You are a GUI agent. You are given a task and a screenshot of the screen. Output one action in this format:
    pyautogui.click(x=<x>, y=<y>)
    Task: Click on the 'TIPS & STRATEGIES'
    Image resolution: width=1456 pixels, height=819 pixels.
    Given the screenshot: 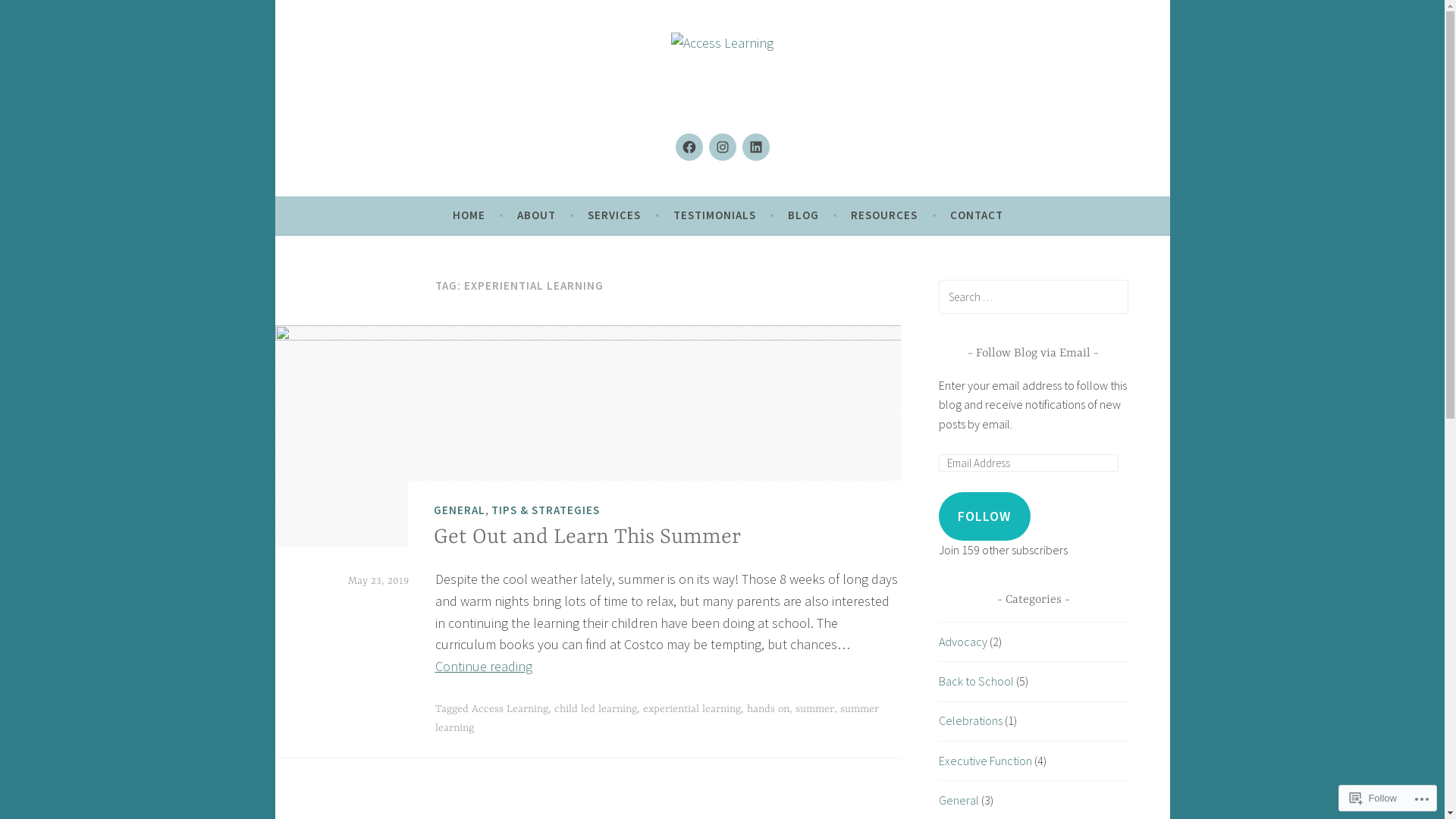 What is the action you would take?
    pyautogui.click(x=545, y=510)
    